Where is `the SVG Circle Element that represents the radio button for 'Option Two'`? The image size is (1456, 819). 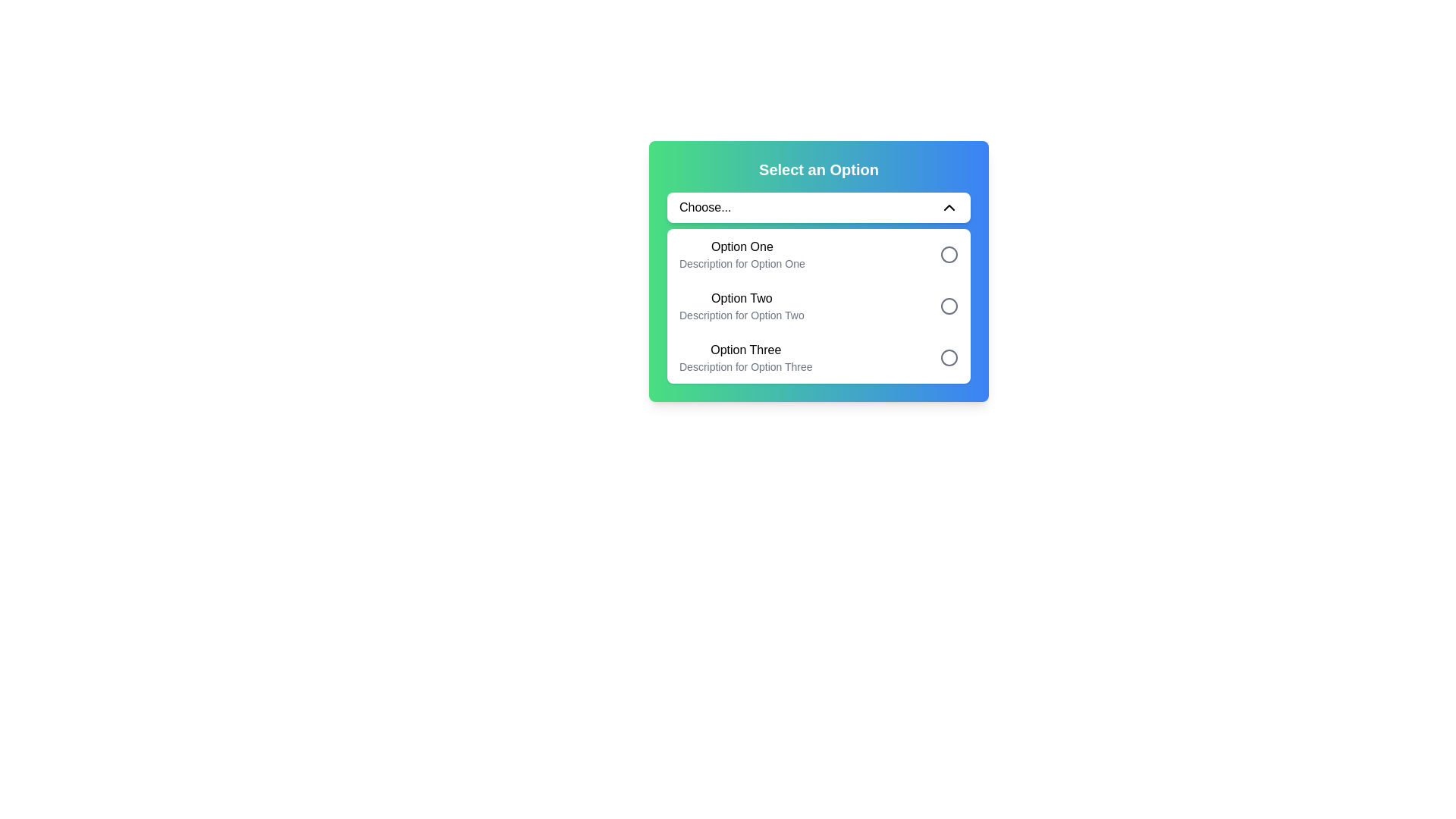
the SVG Circle Element that represents the radio button for 'Option Two' is located at coordinates (949, 306).